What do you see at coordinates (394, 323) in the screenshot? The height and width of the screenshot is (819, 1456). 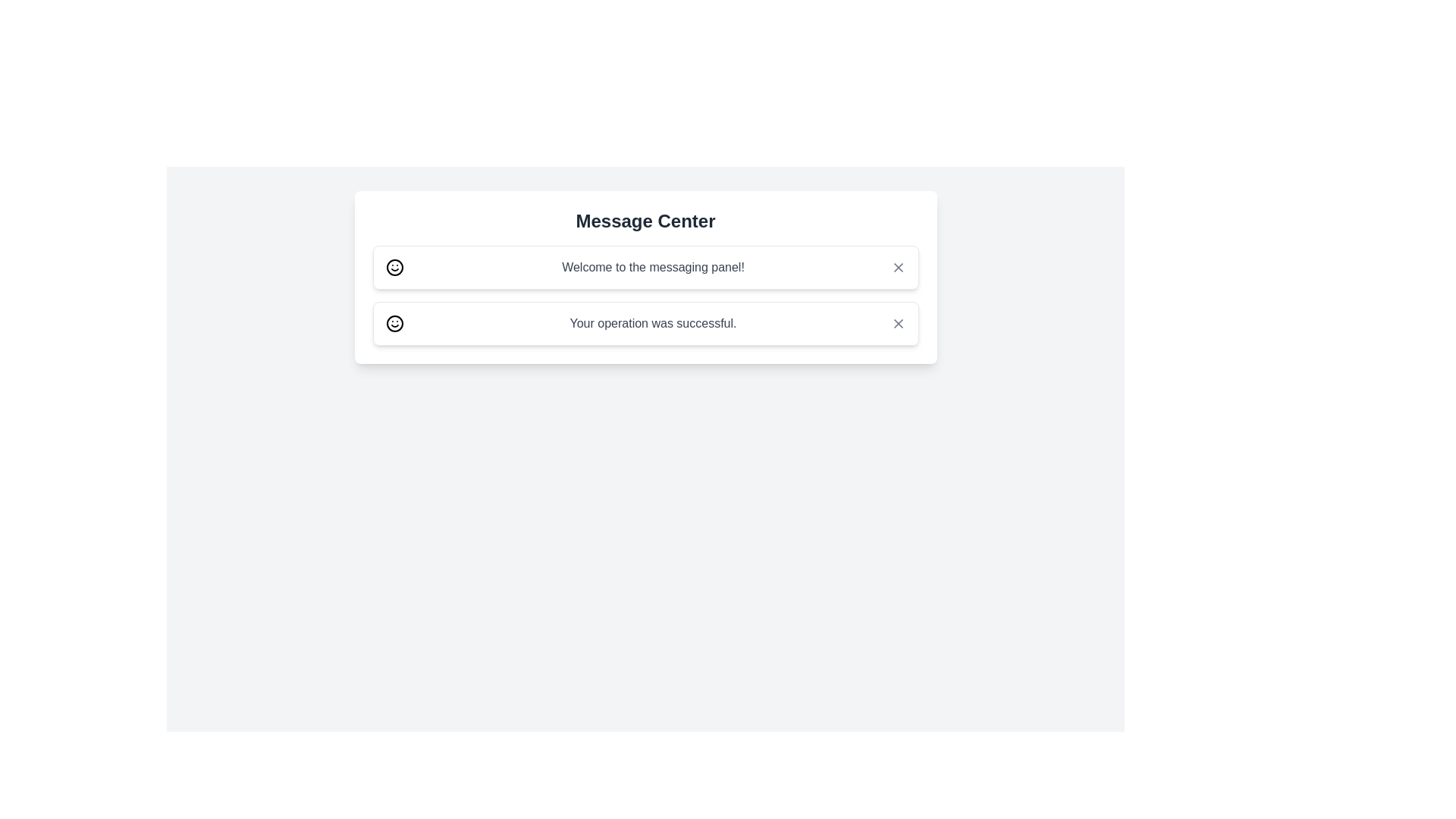 I see `the green smiley icon that represents a cheerful face, located to the left of the text 'Your operation was successful.' in the lower notification card of the 'Message Center' panel` at bounding box center [394, 323].